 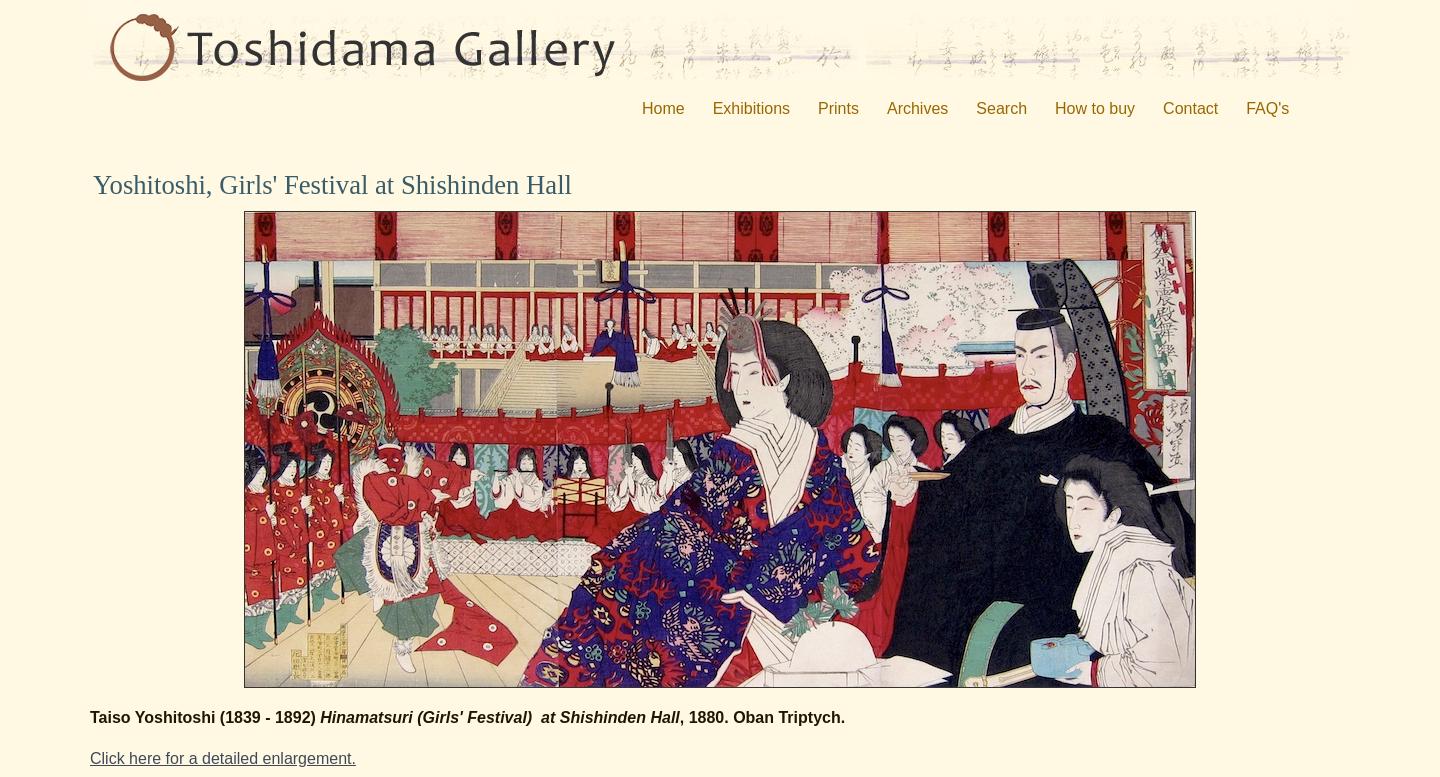 What do you see at coordinates (93, 184) in the screenshot?
I see `'Yoshitoshi, Girls' Festival at Shishinden Hall'` at bounding box center [93, 184].